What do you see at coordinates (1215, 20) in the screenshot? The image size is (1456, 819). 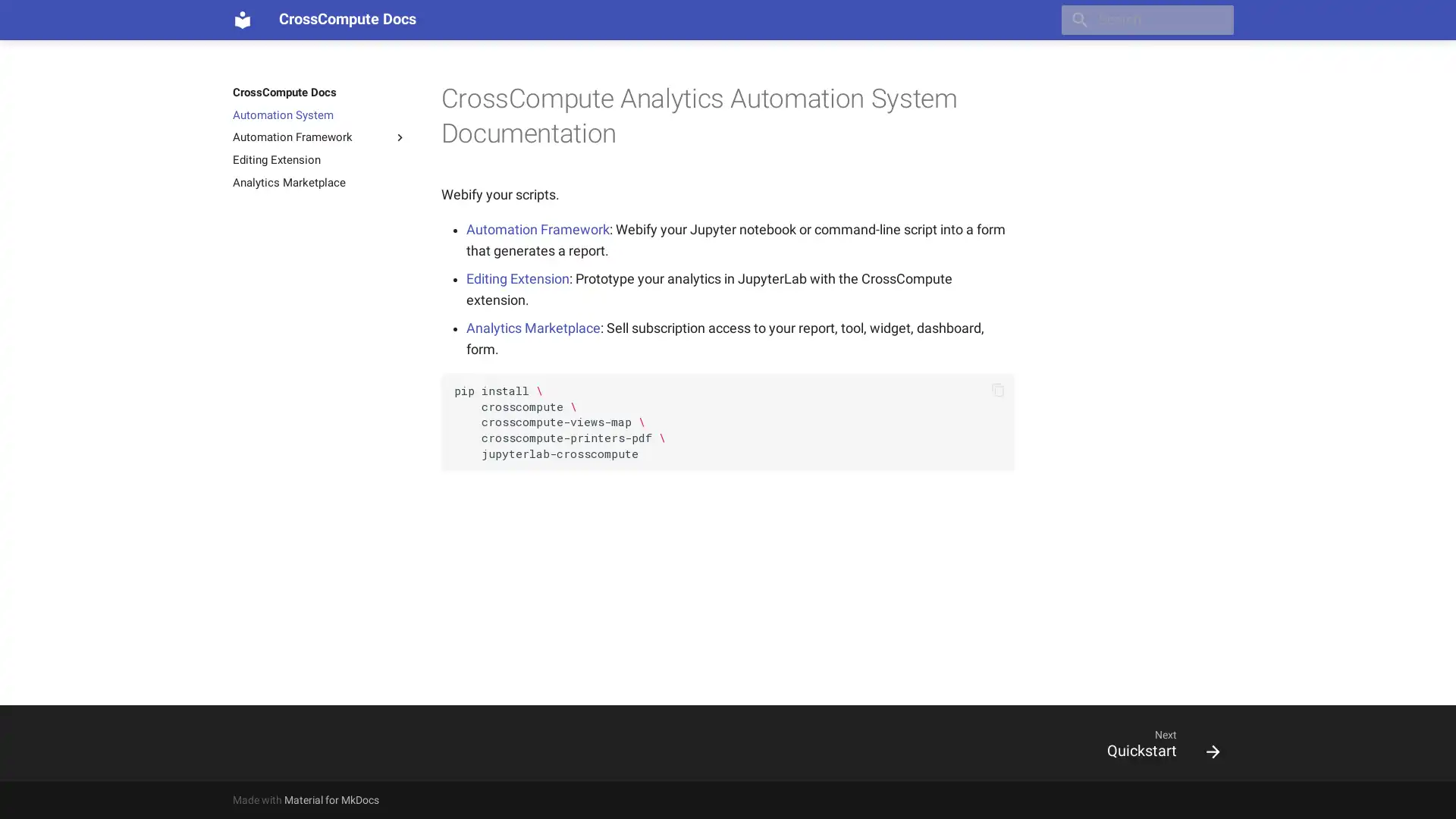 I see `Clear` at bounding box center [1215, 20].